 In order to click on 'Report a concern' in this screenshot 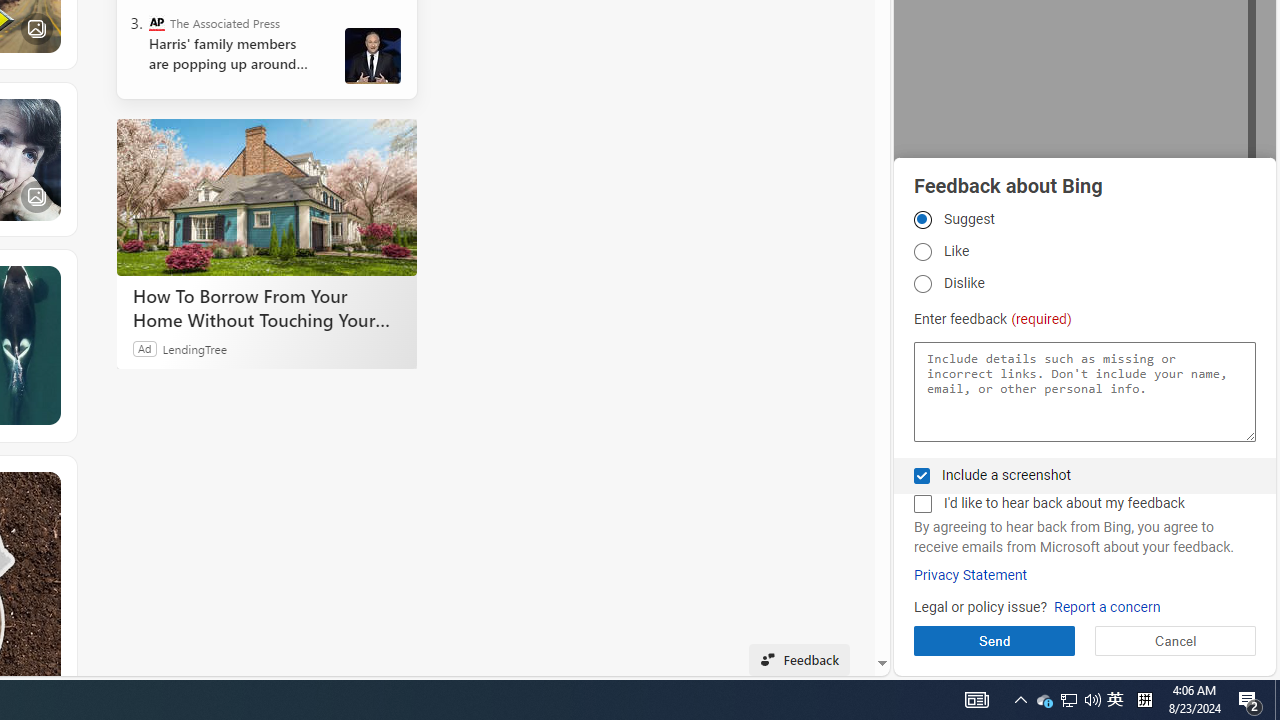, I will do `click(1106, 606)`.